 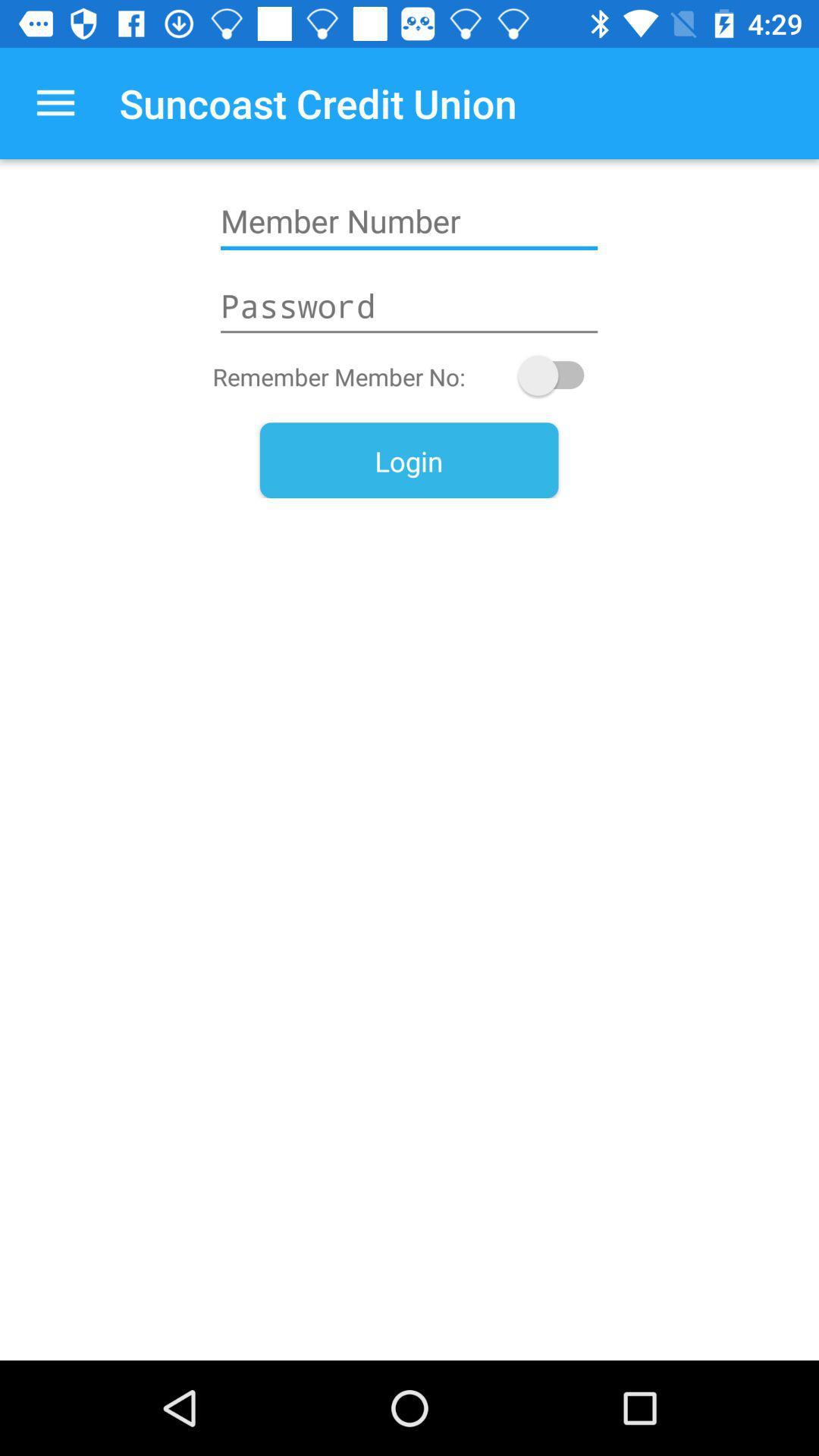 What do you see at coordinates (558, 375) in the screenshot?
I see `icon above the login` at bounding box center [558, 375].